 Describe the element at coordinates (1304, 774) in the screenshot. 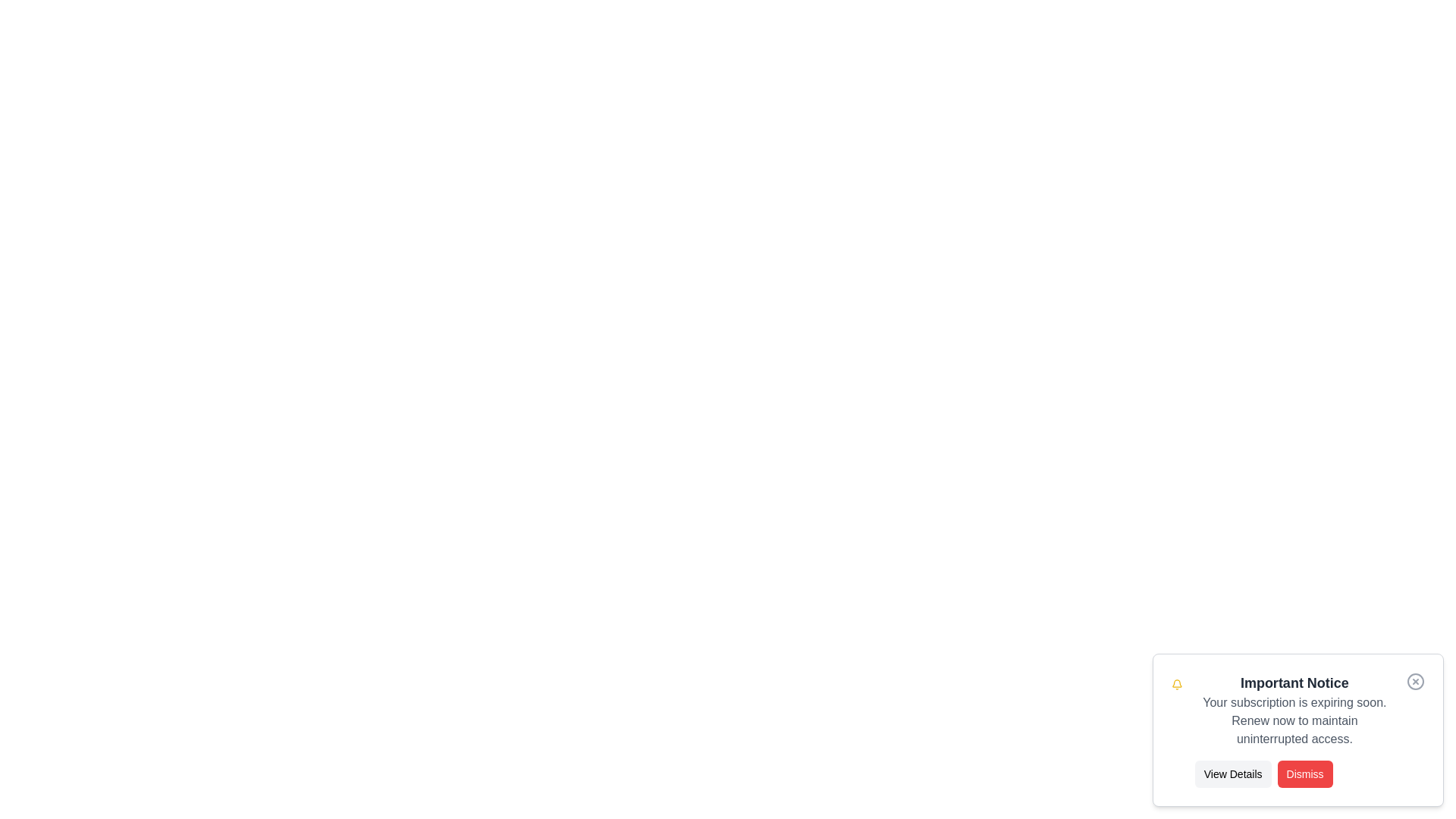

I see `the rectangular button with a red background and white text that says 'Dismiss'` at that location.